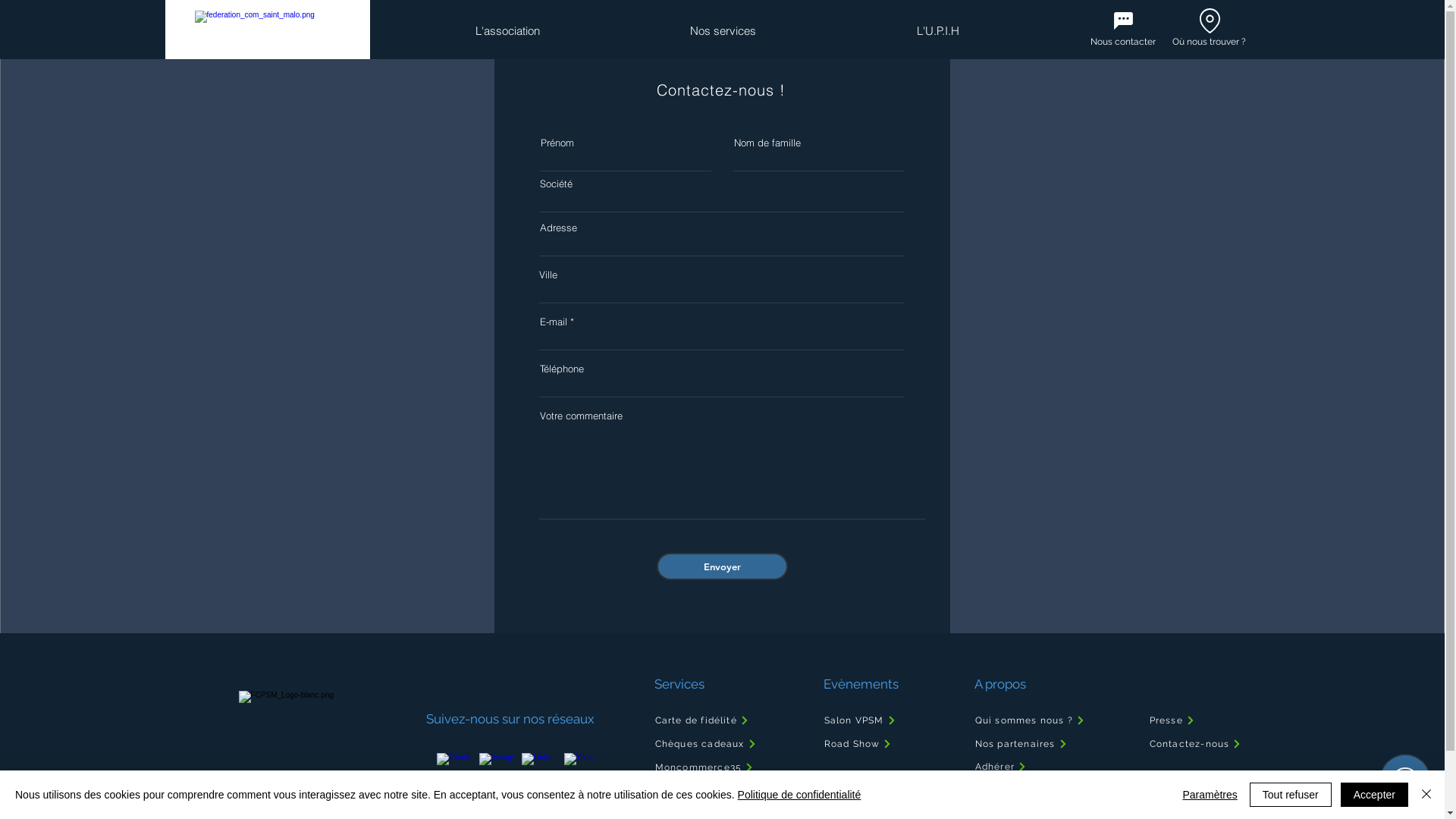  Describe the element at coordinates (729, 767) in the screenshot. I see `'Moncommerce35'` at that location.